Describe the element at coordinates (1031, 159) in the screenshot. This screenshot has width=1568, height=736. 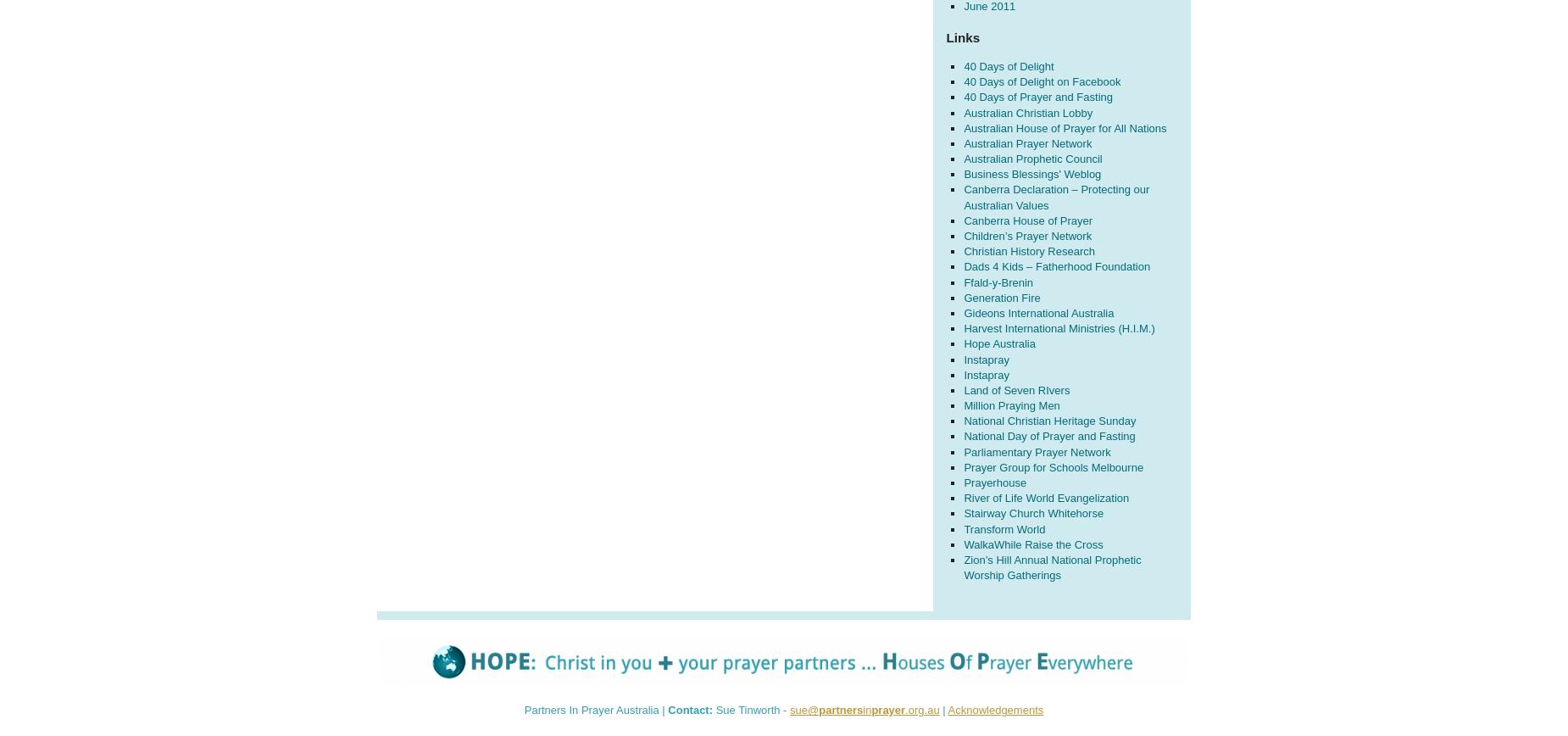
I see `'Australian Prophetic Council'` at that location.